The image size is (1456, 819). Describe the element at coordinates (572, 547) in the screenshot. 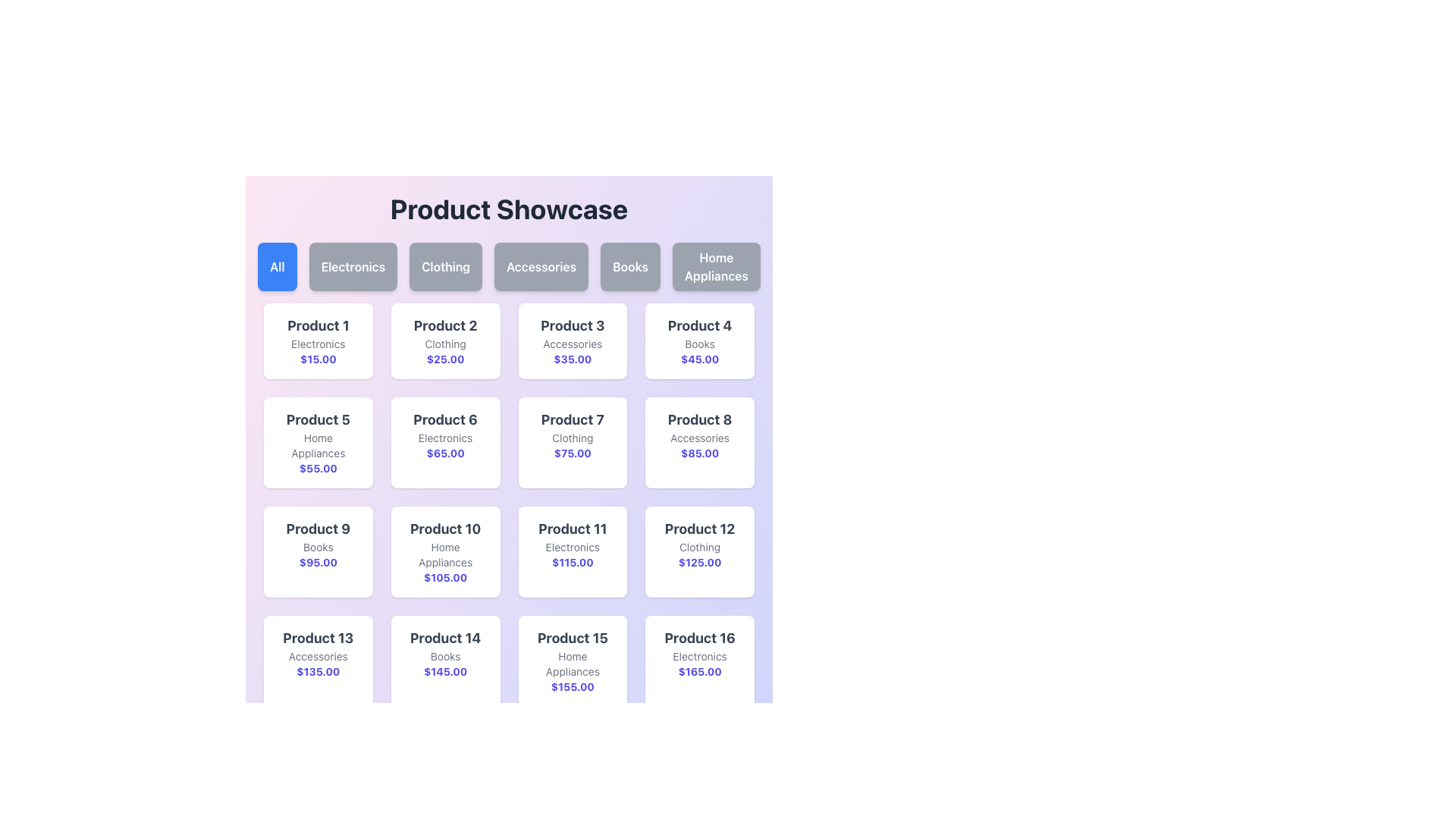

I see `the text label displaying 'Electronics' located beneath the title 'Product 11' and above the price '$115.00' in the third row and third column of the grid layout` at that location.